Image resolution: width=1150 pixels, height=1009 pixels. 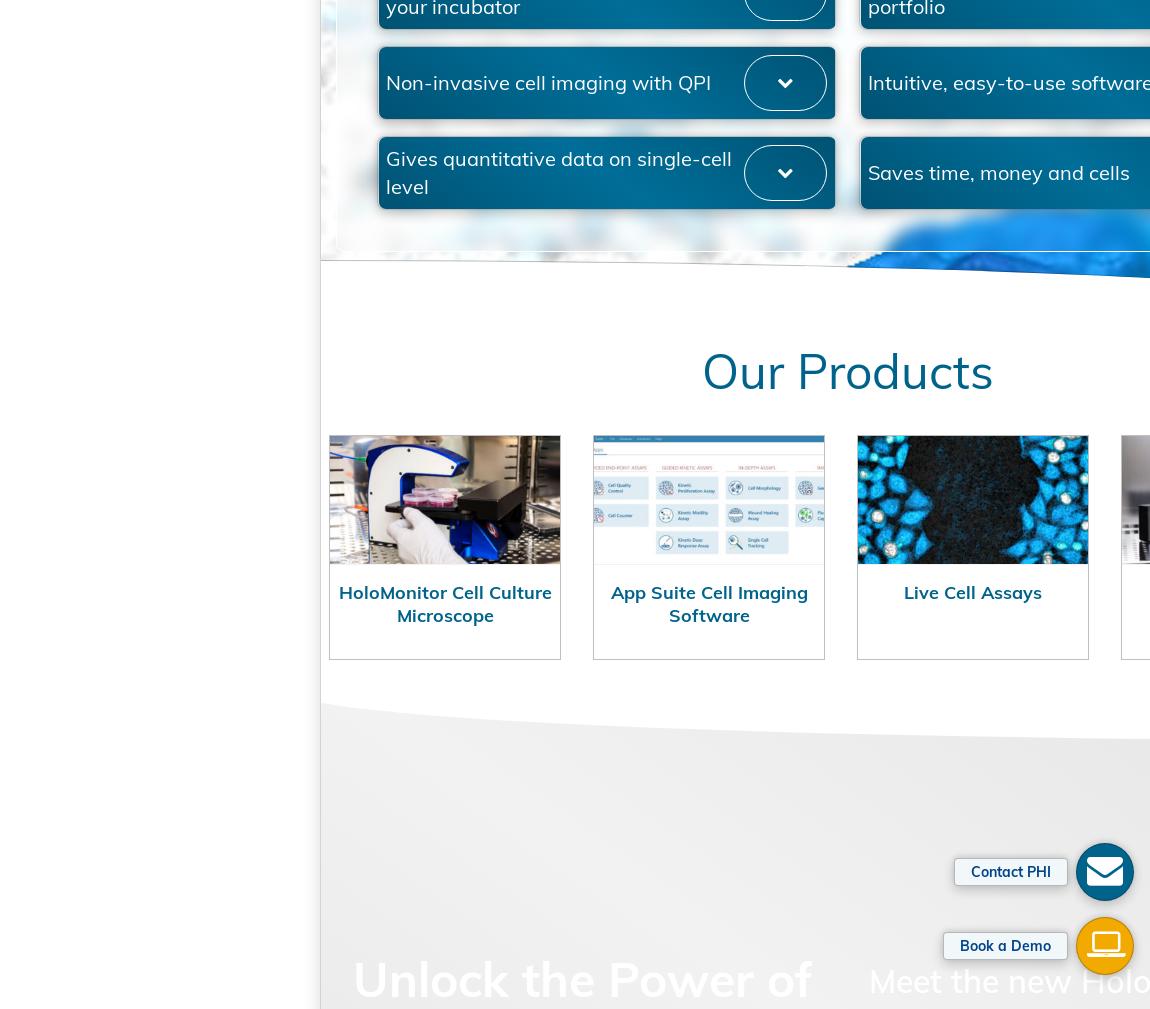 I want to click on 'Gives quantitative data on single-cell level', so click(x=494, y=282).